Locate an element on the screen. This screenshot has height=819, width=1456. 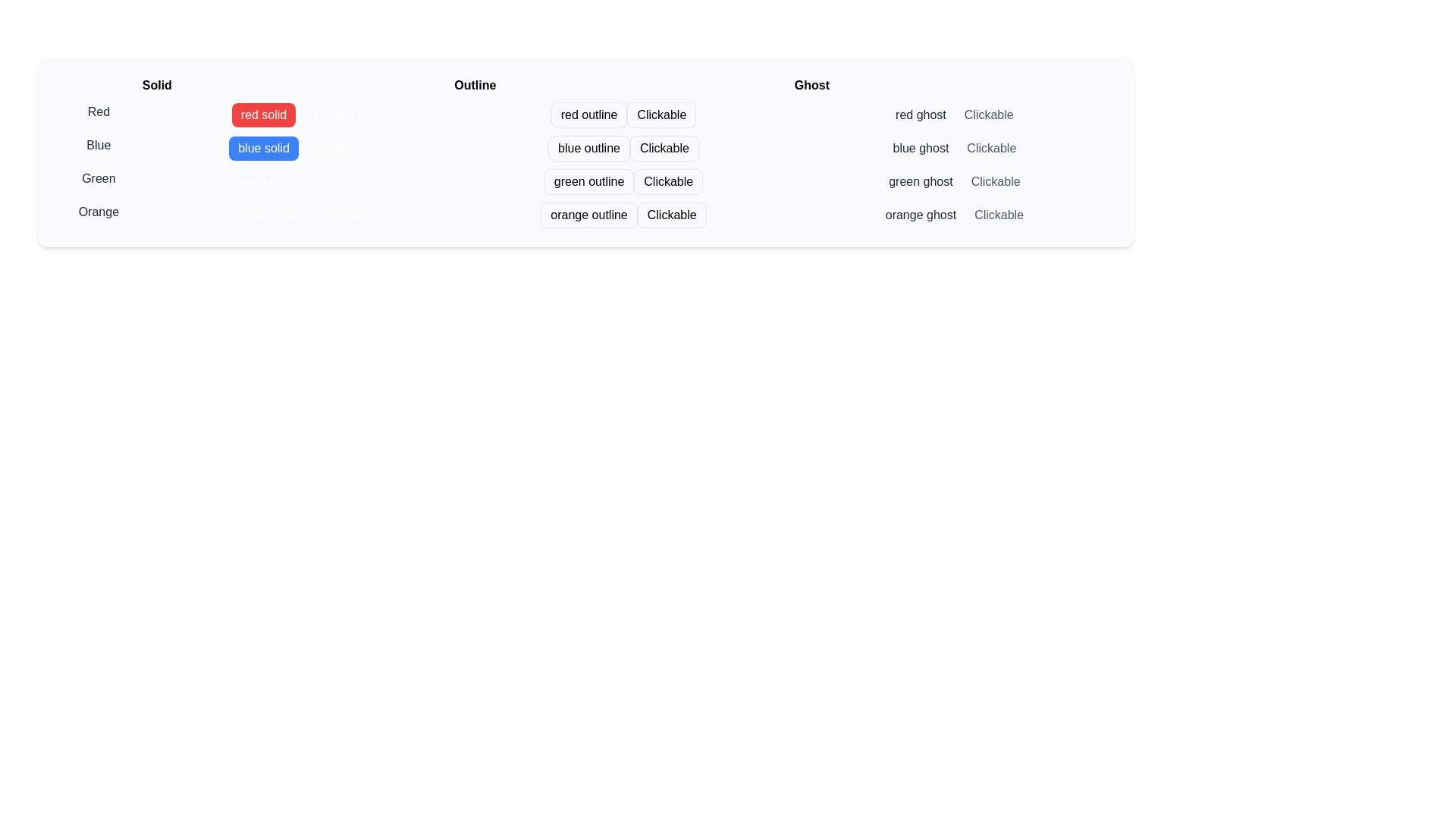
the rounded rectangular button labeled 'Clickable' with an orange text and border, located in the 'Outline' section under 'Orange', as the second element is located at coordinates (671, 215).